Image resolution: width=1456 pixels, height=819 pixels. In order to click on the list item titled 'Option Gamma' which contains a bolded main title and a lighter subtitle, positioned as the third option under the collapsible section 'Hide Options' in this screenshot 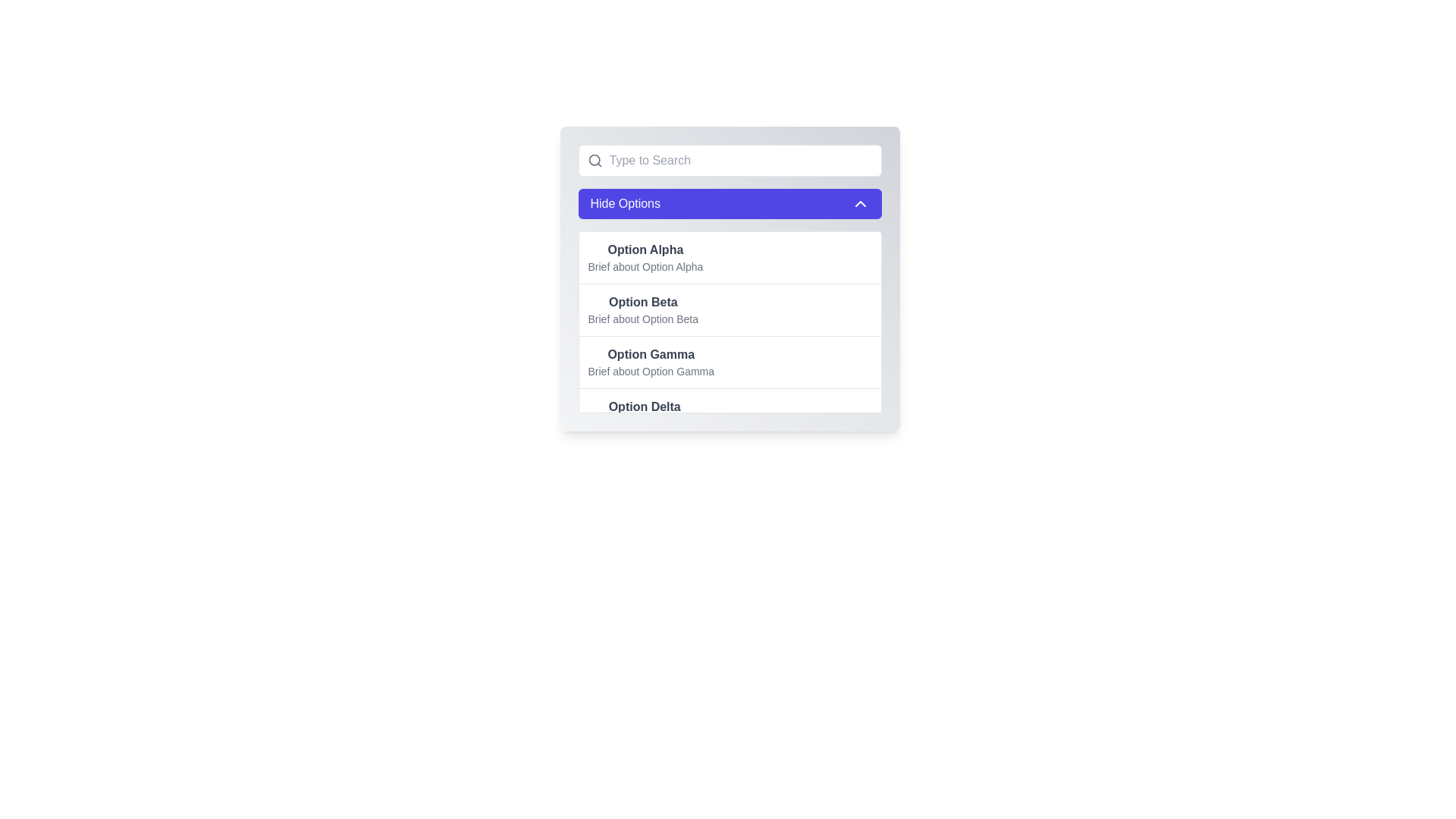, I will do `click(651, 362)`.